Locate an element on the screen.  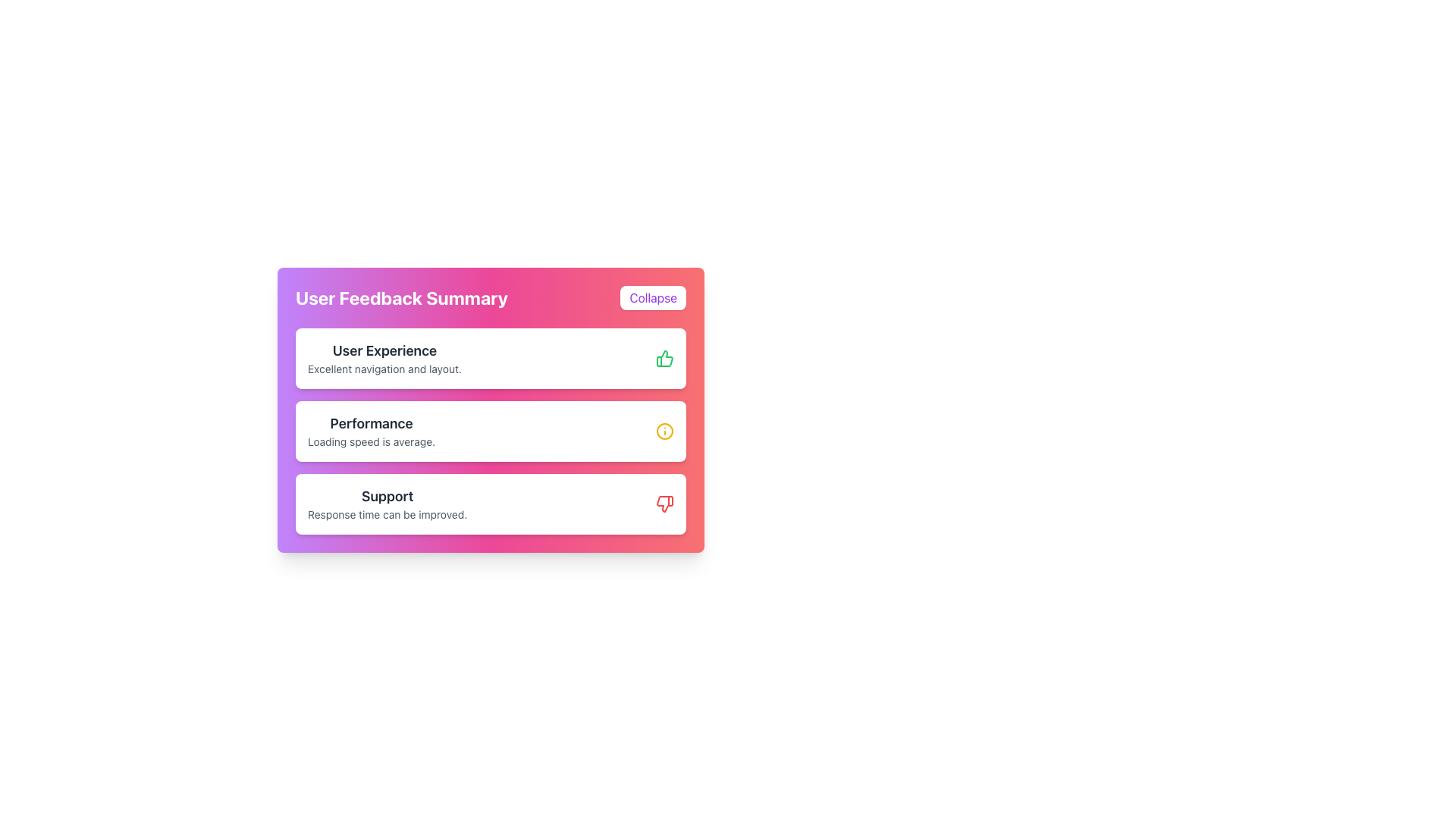
the button located at the top-right corner of the 'User Feedback Summary' section to interact with its hover effect is located at coordinates (653, 298).